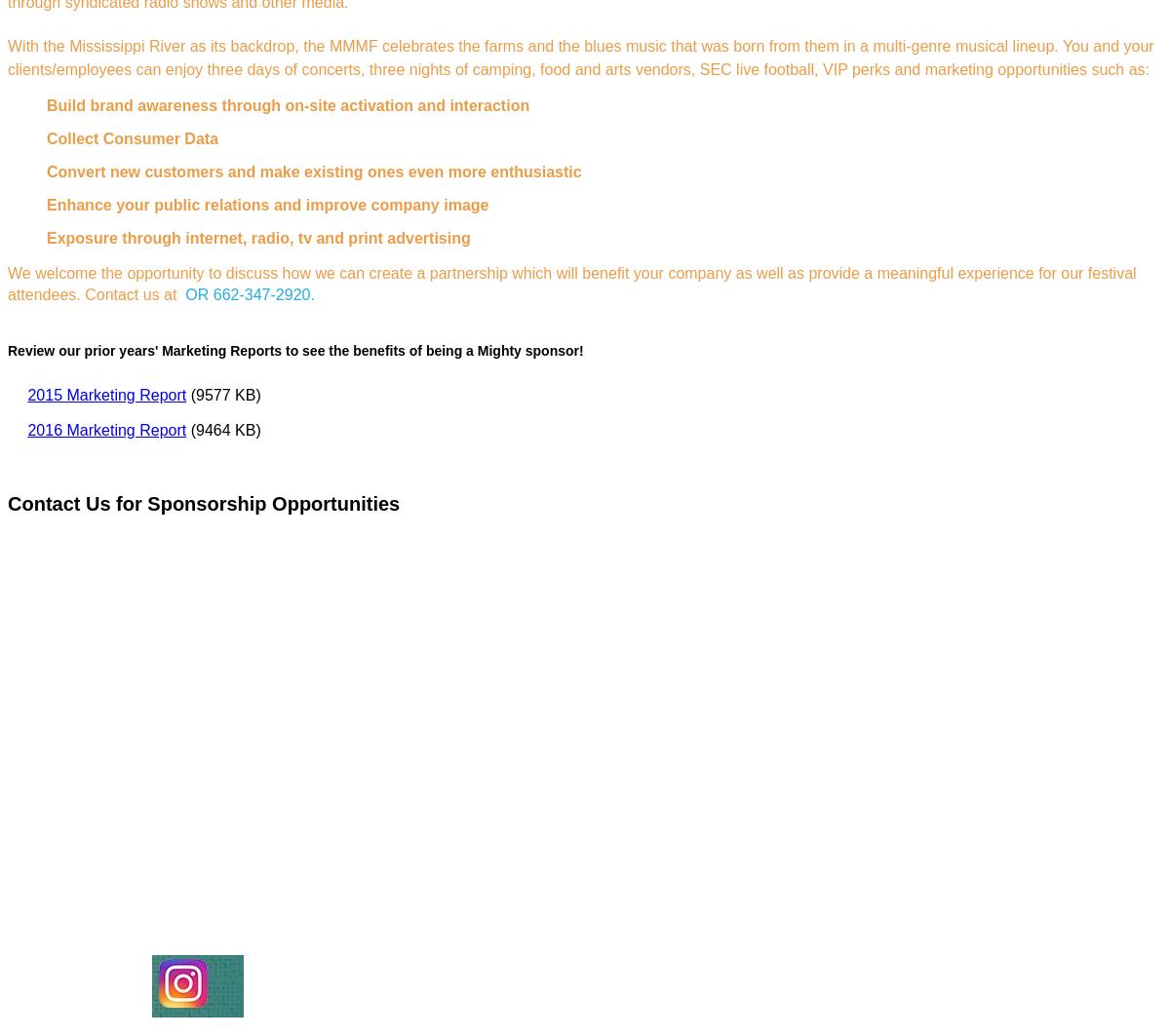  What do you see at coordinates (106, 394) in the screenshot?
I see `'2015 Marketing Report'` at bounding box center [106, 394].